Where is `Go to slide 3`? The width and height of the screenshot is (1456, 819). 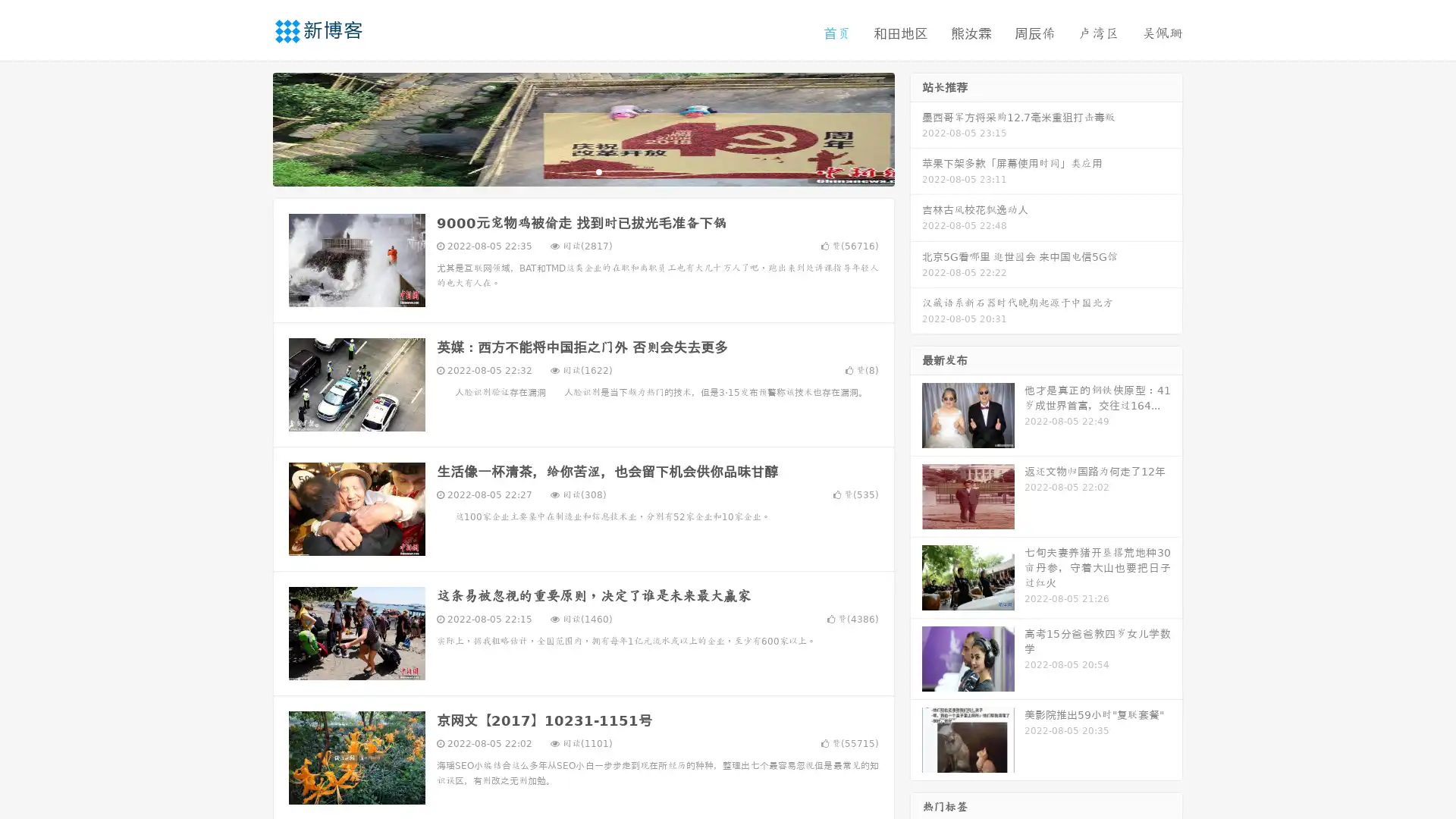 Go to slide 3 is located at coordinates (598, 171).